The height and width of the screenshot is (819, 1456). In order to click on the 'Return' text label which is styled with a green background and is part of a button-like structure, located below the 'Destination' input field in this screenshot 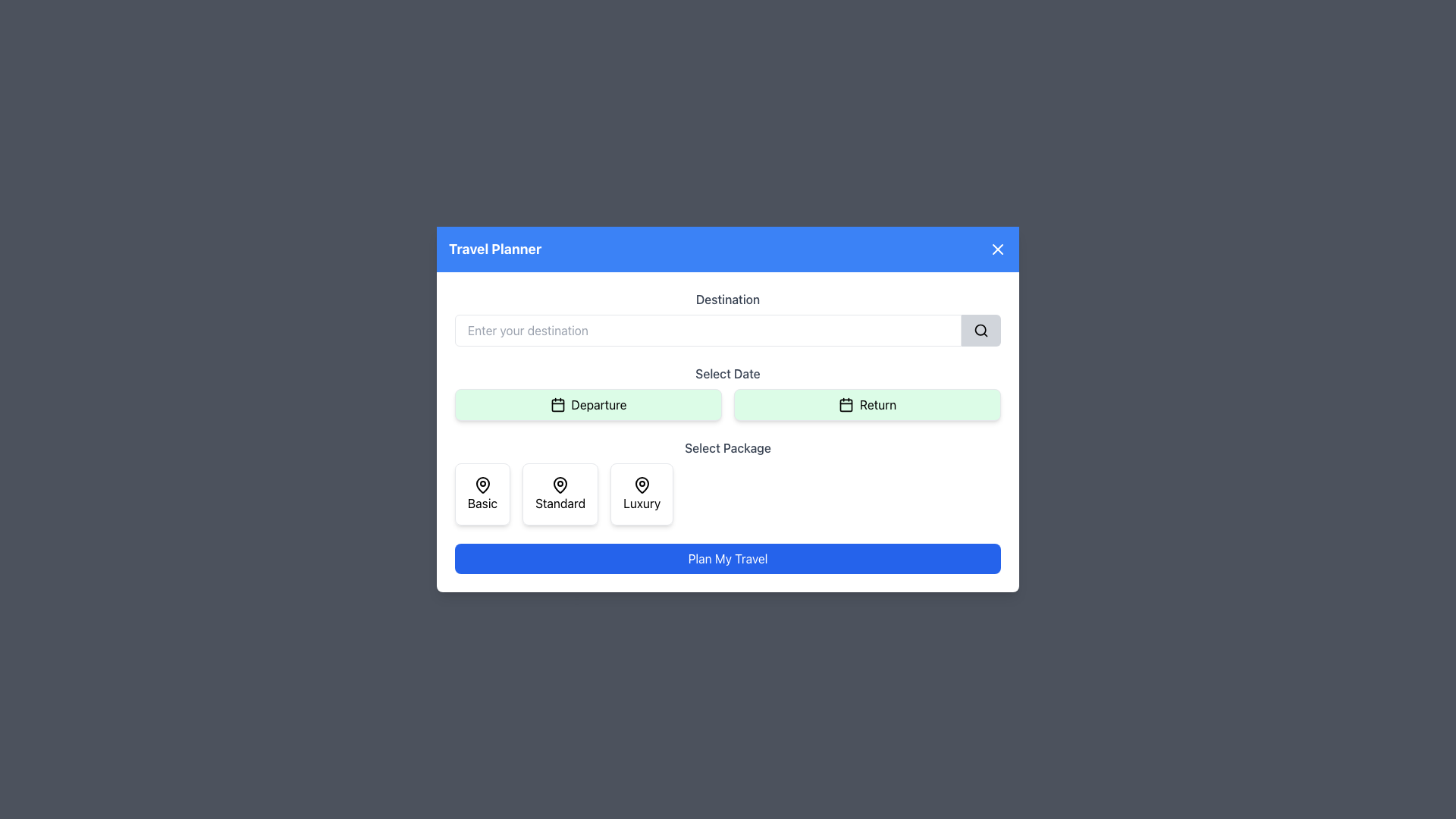, I will do `click(877, 403)`.